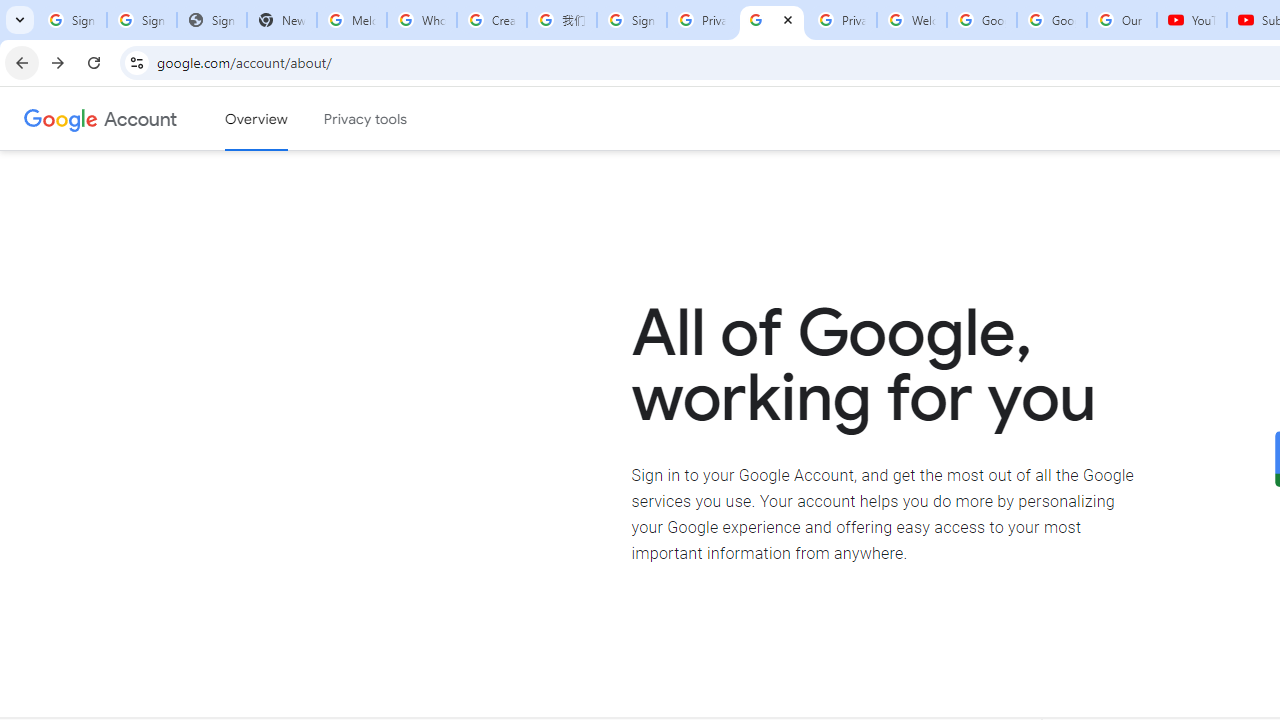 This screenshot has width=1280, height=720. I want to click on 'Sign In - USA TODAY', so click(211, 20).